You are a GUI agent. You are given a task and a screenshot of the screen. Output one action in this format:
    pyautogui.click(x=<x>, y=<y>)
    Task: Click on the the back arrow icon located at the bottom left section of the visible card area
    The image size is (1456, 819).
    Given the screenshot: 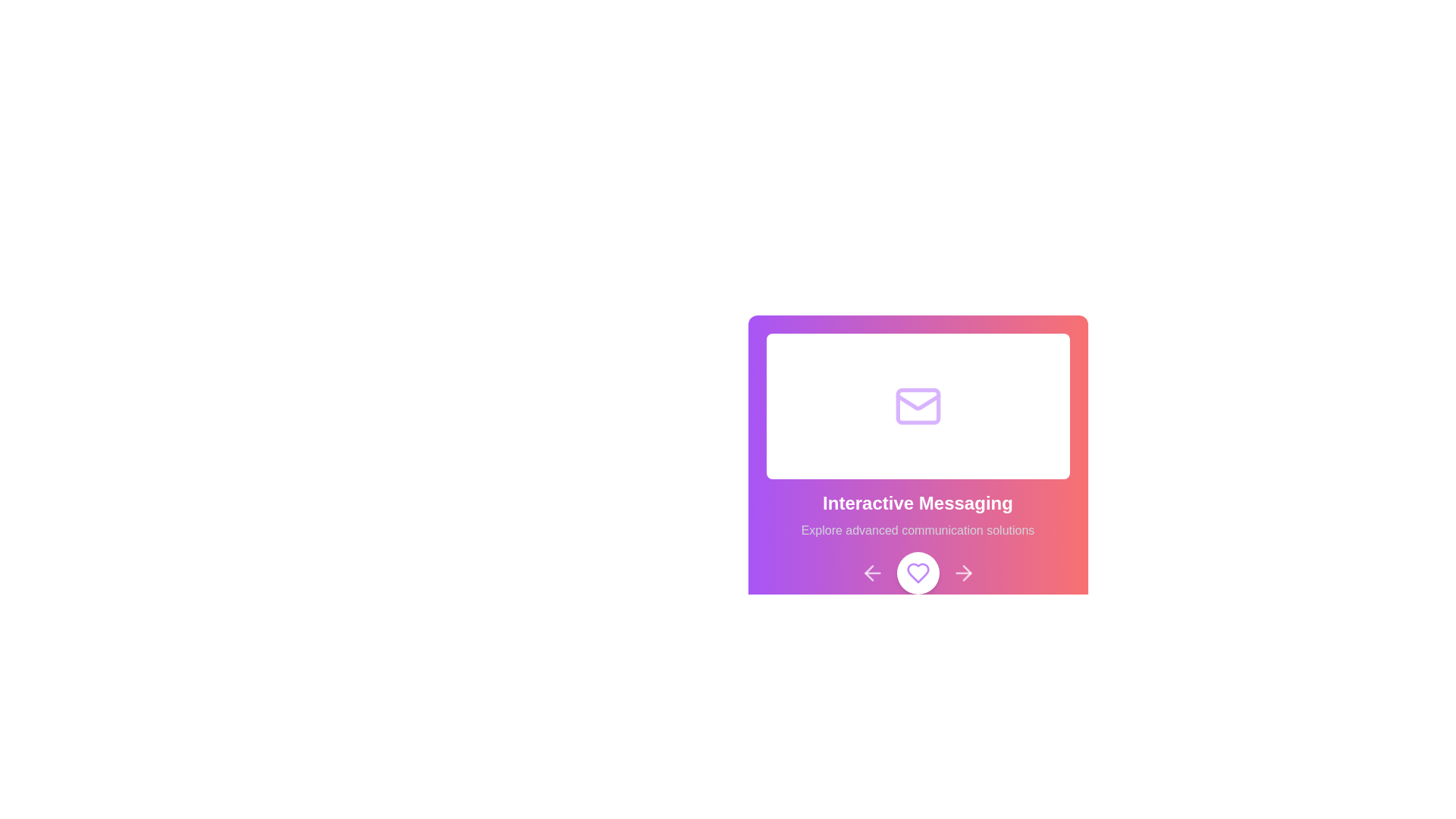 What is the action you would take?
    pyautogui.click(x=868, y=573)
    